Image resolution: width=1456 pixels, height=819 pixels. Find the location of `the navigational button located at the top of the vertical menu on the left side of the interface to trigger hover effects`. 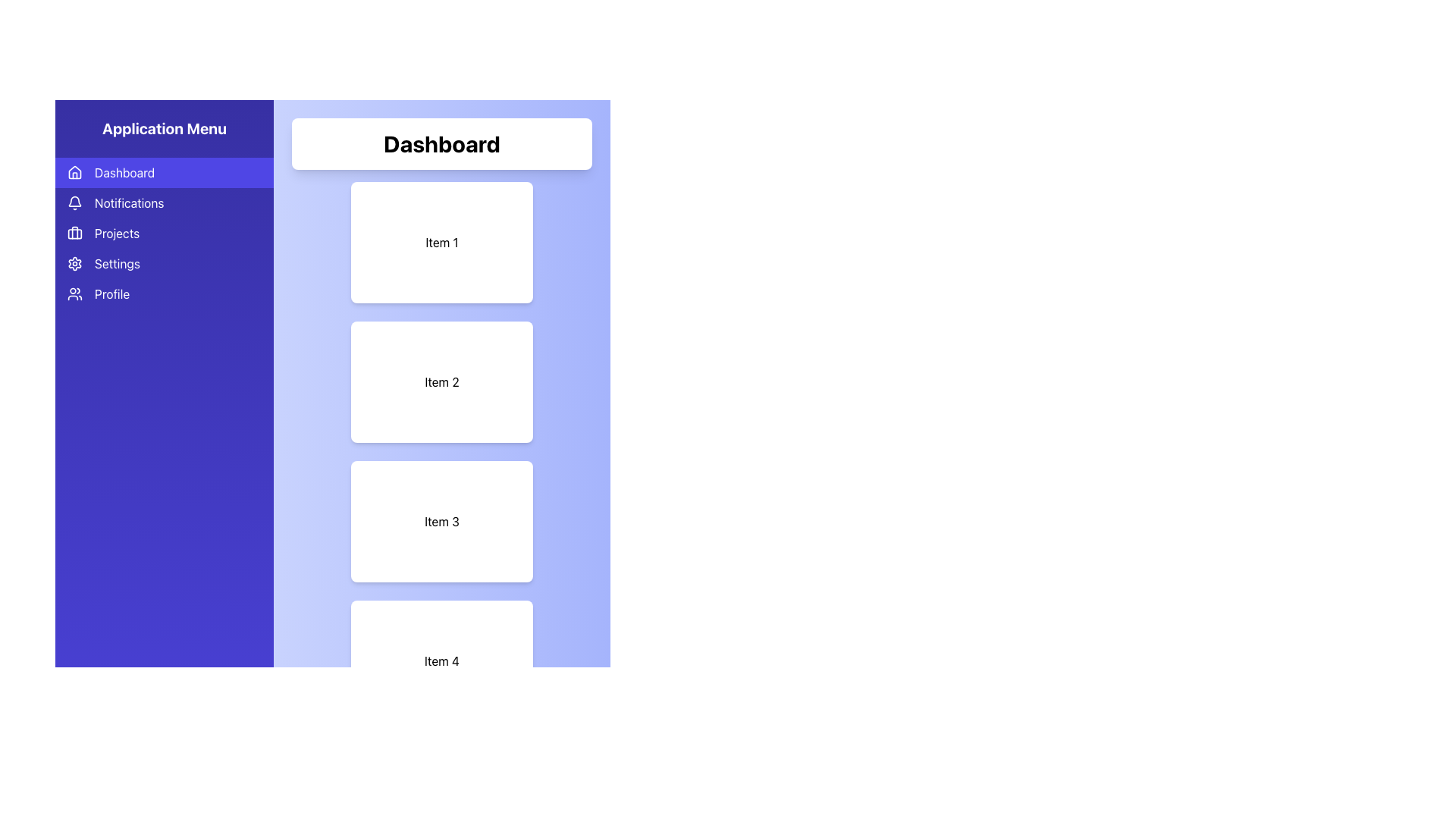

the navigational button located at the top of the vertical menu on the left side of the interface to trigger hover effects is located at coordinates (164, 171).